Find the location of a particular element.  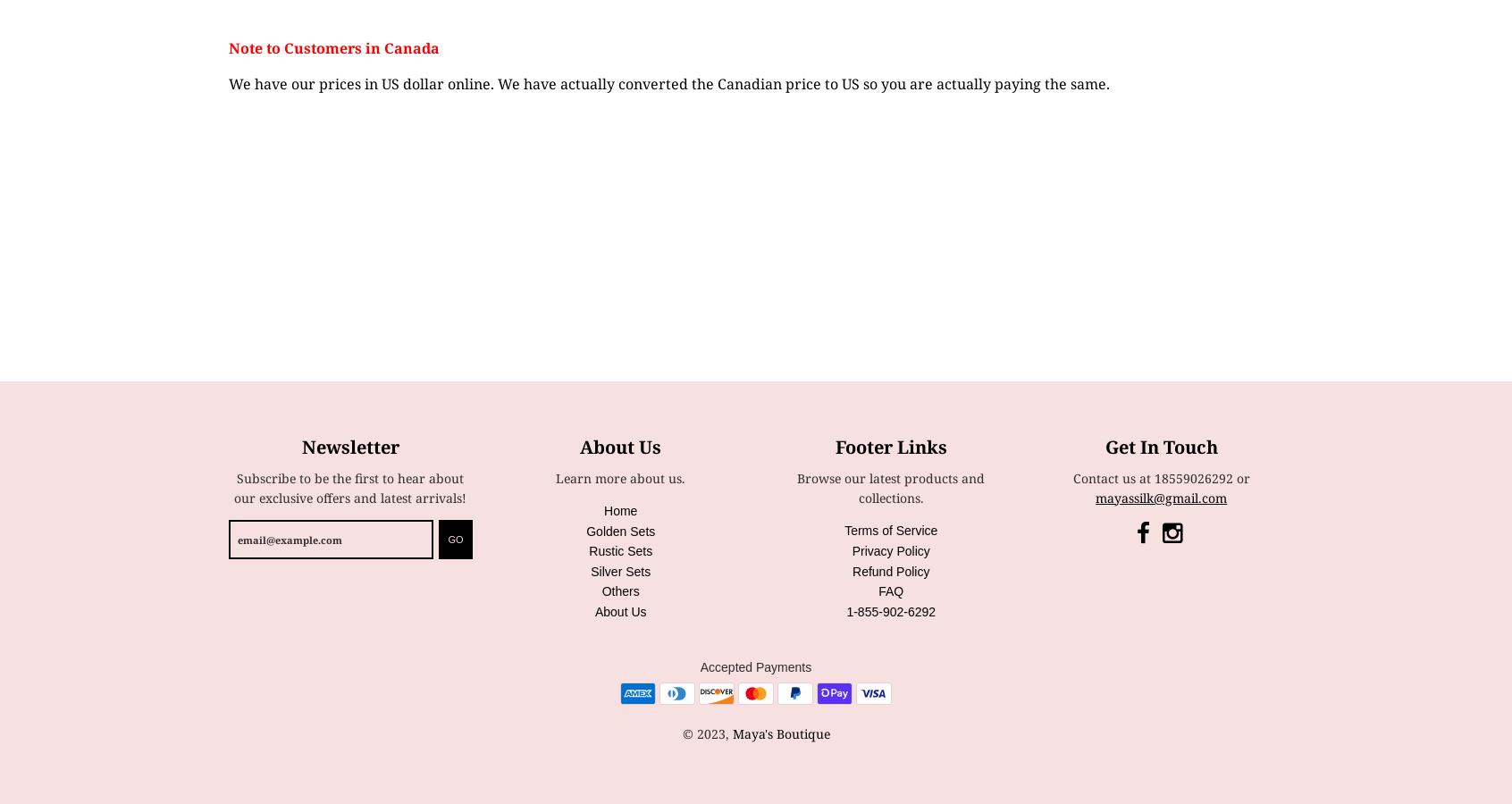

'Subscribe to be the first to hear about our exclusive offers and latest arrivals!' is located at coordinates (350, 486).